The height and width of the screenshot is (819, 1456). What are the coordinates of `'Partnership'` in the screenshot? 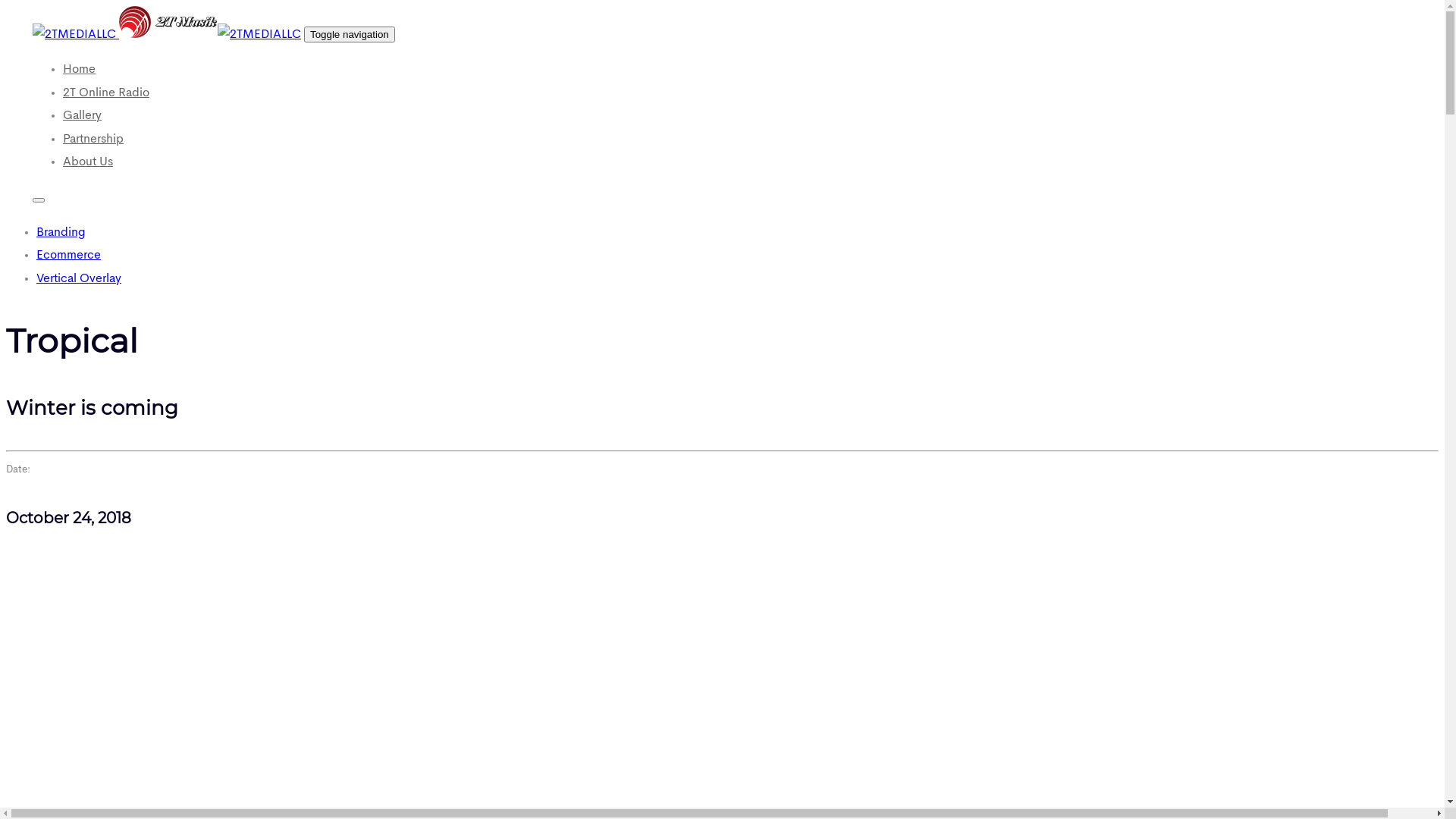 It's located at (93, 140).